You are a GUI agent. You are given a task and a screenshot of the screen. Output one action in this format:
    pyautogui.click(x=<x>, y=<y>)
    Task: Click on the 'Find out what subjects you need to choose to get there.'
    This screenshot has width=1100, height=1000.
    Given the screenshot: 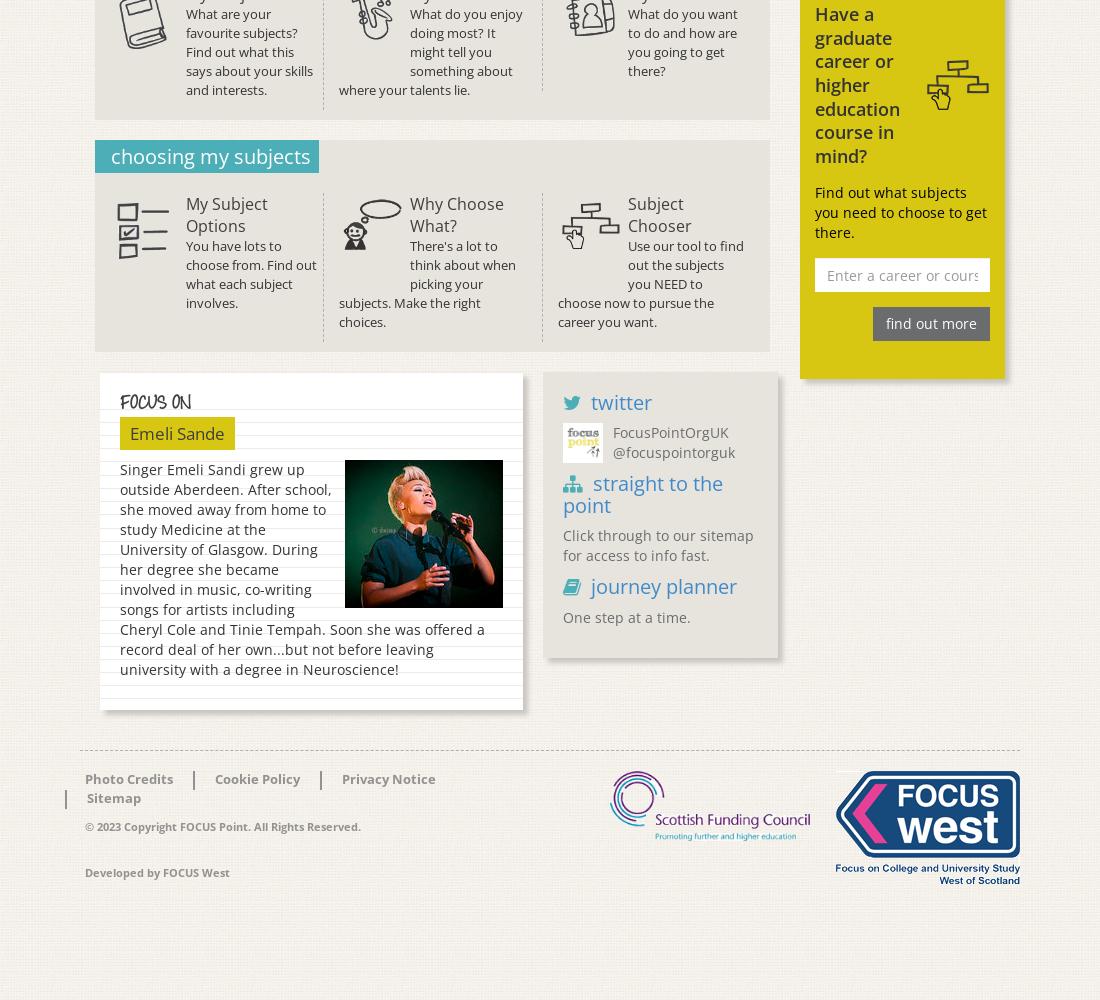 What is the action you would take?
    pyautogui.click(x=901, y=211)
    